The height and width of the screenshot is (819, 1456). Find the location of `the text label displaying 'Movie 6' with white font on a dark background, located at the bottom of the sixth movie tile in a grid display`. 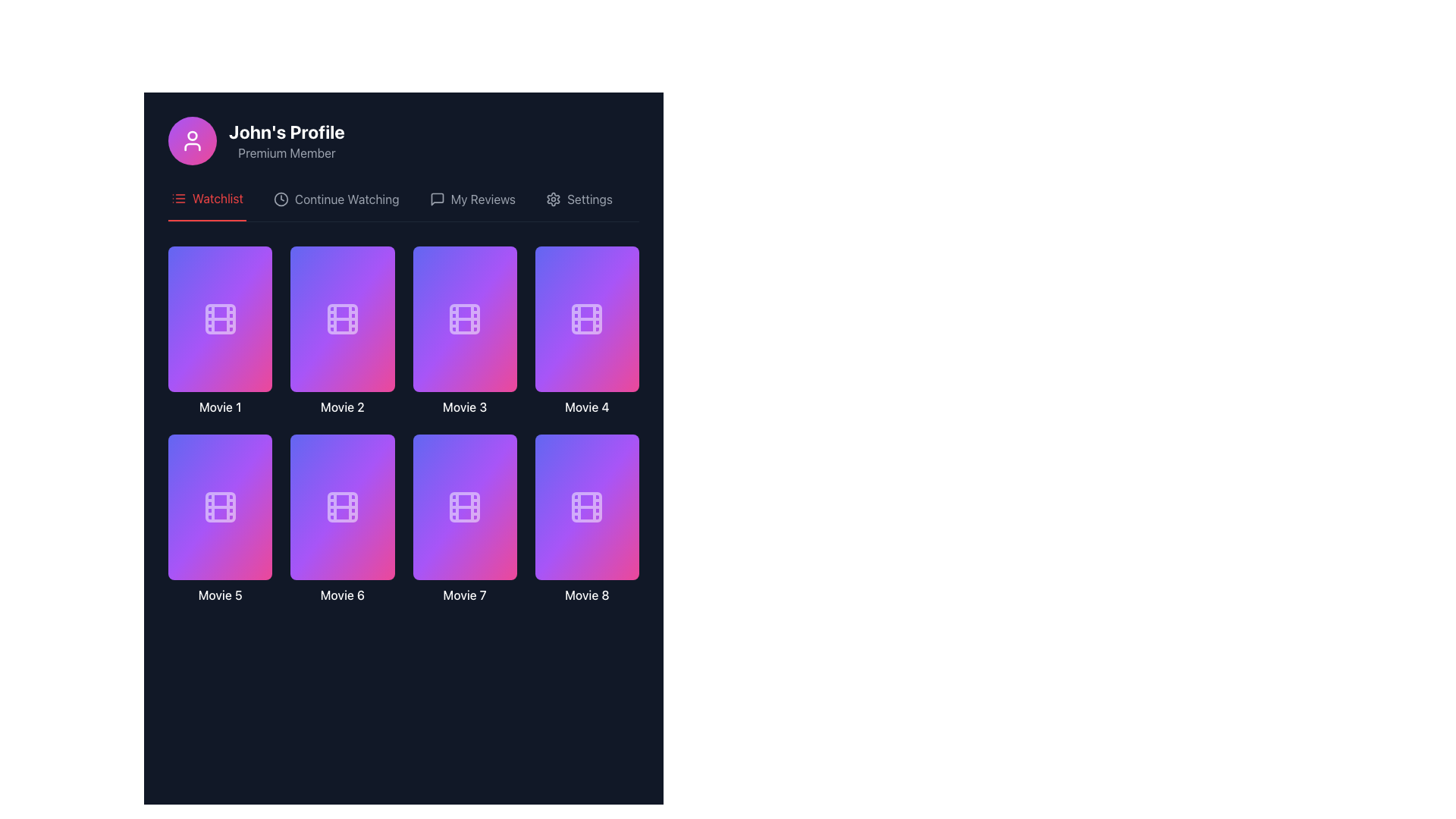

the text label displaying 'Movie 6' with white font on a dark background, located at the bottom of the sixth movie tile in a grid display is located at coordinates (341, 595).